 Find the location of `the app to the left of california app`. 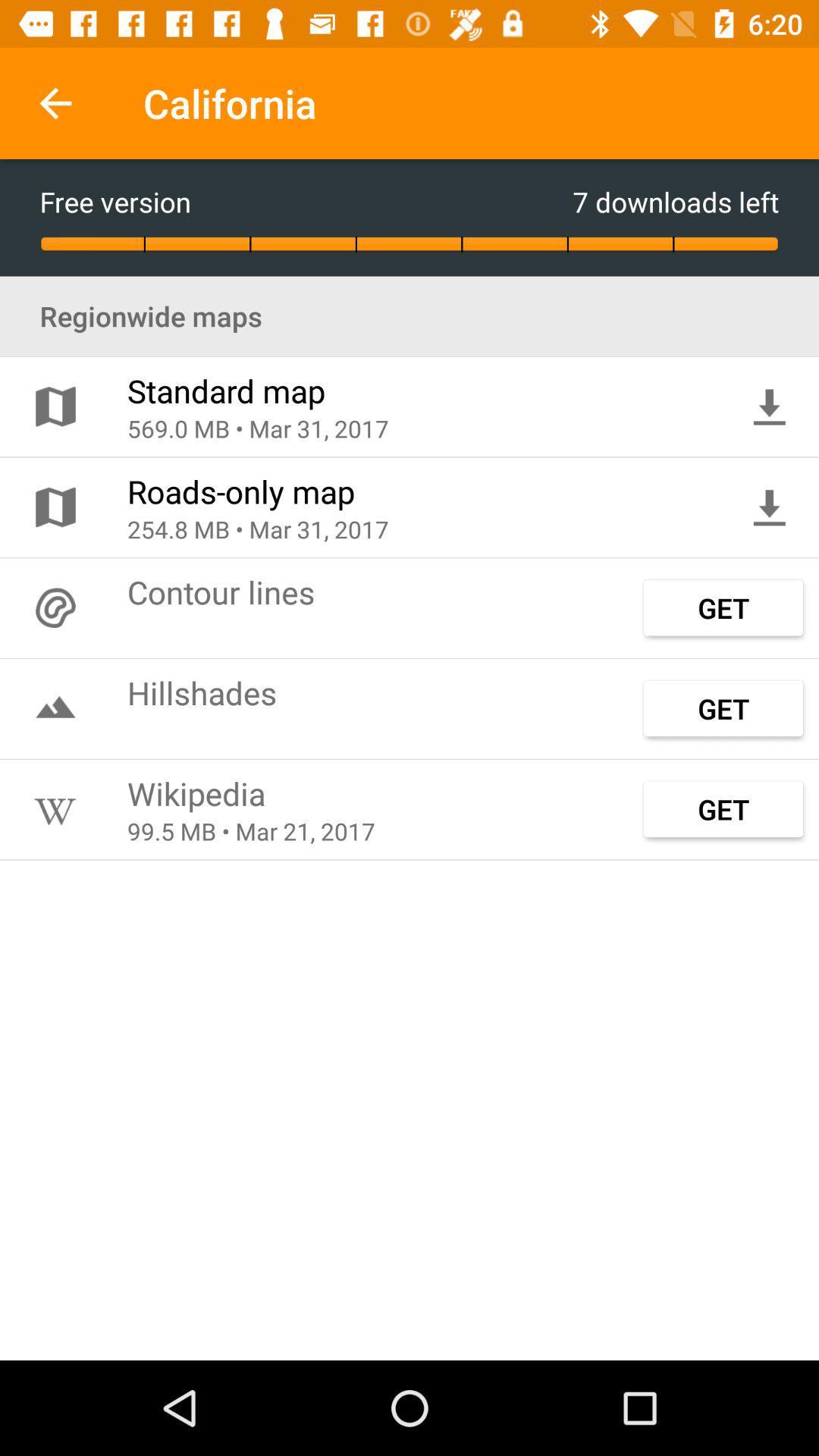

the app to the left of california app is located at coordinates (55, 102).